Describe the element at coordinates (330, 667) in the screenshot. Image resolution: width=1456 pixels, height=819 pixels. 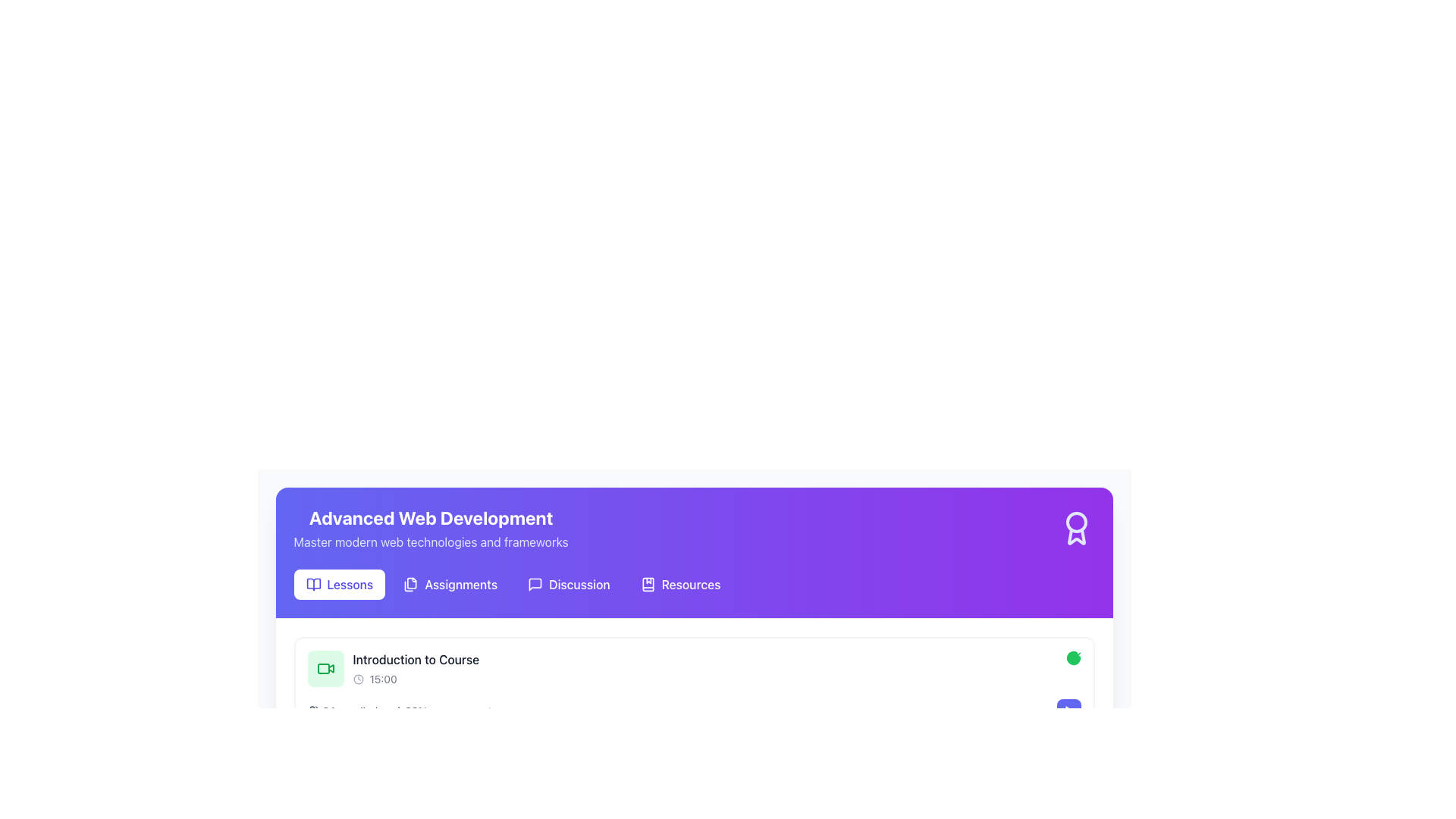
I see `the video icon that resembles a video camera with a triangular play button in the middle, located in the 'Introduction to Course' section` at that location.